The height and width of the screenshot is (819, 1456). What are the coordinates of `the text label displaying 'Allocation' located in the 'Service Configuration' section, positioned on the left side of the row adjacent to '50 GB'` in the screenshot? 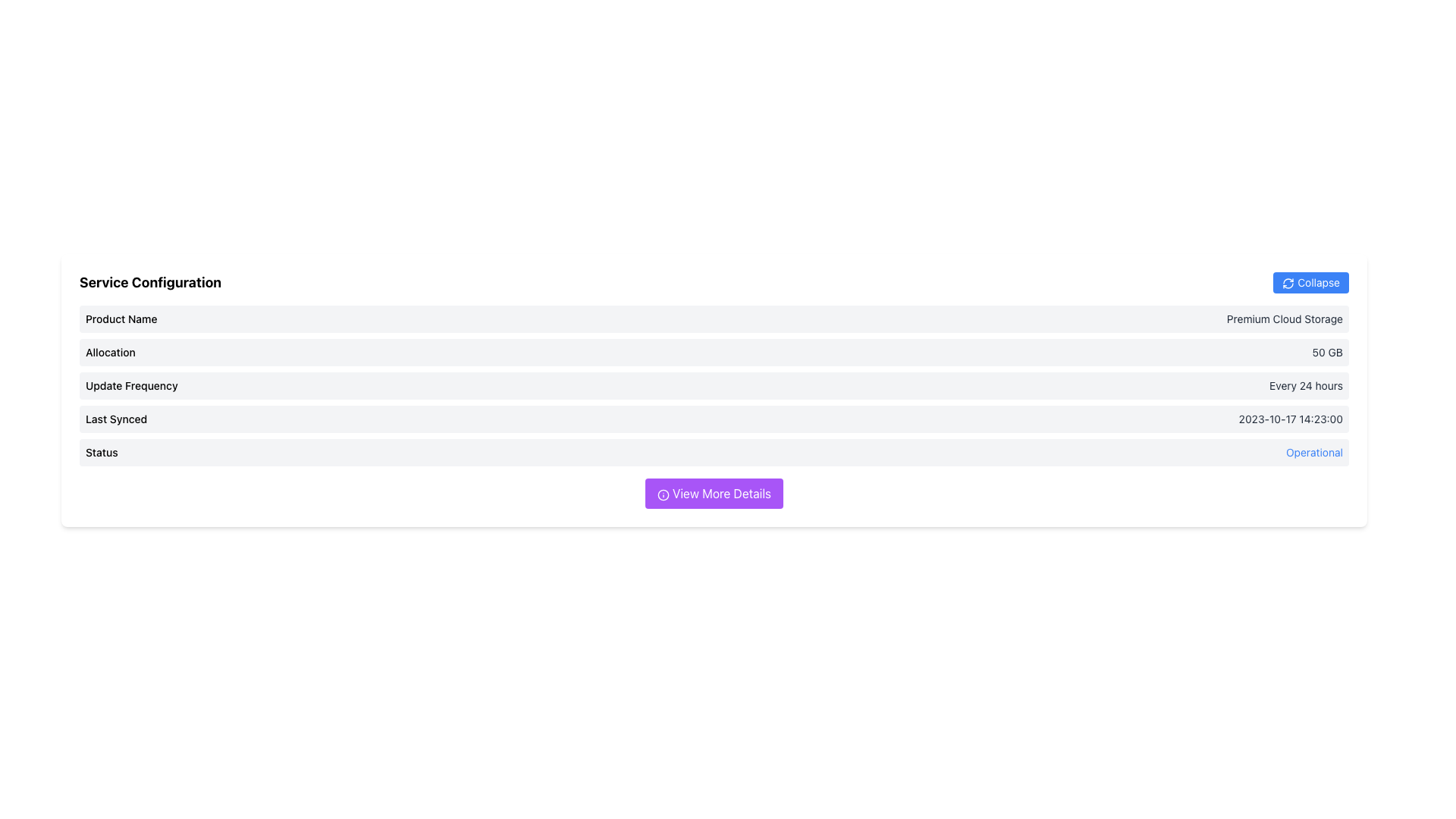 It's located at (109, 353).